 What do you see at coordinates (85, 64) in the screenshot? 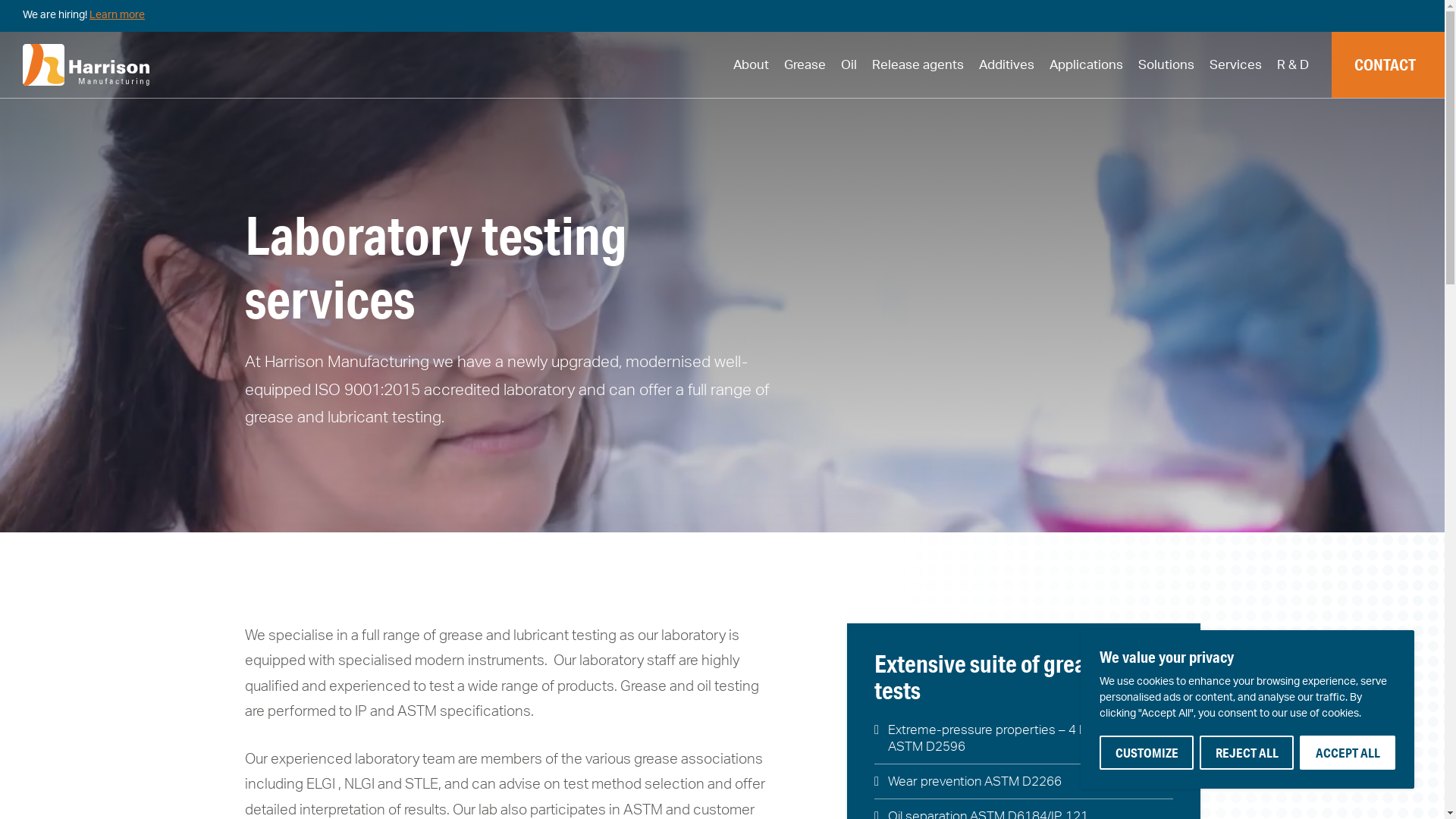
I see `'hmc-white-logo'` at bounding box center [85, 64].